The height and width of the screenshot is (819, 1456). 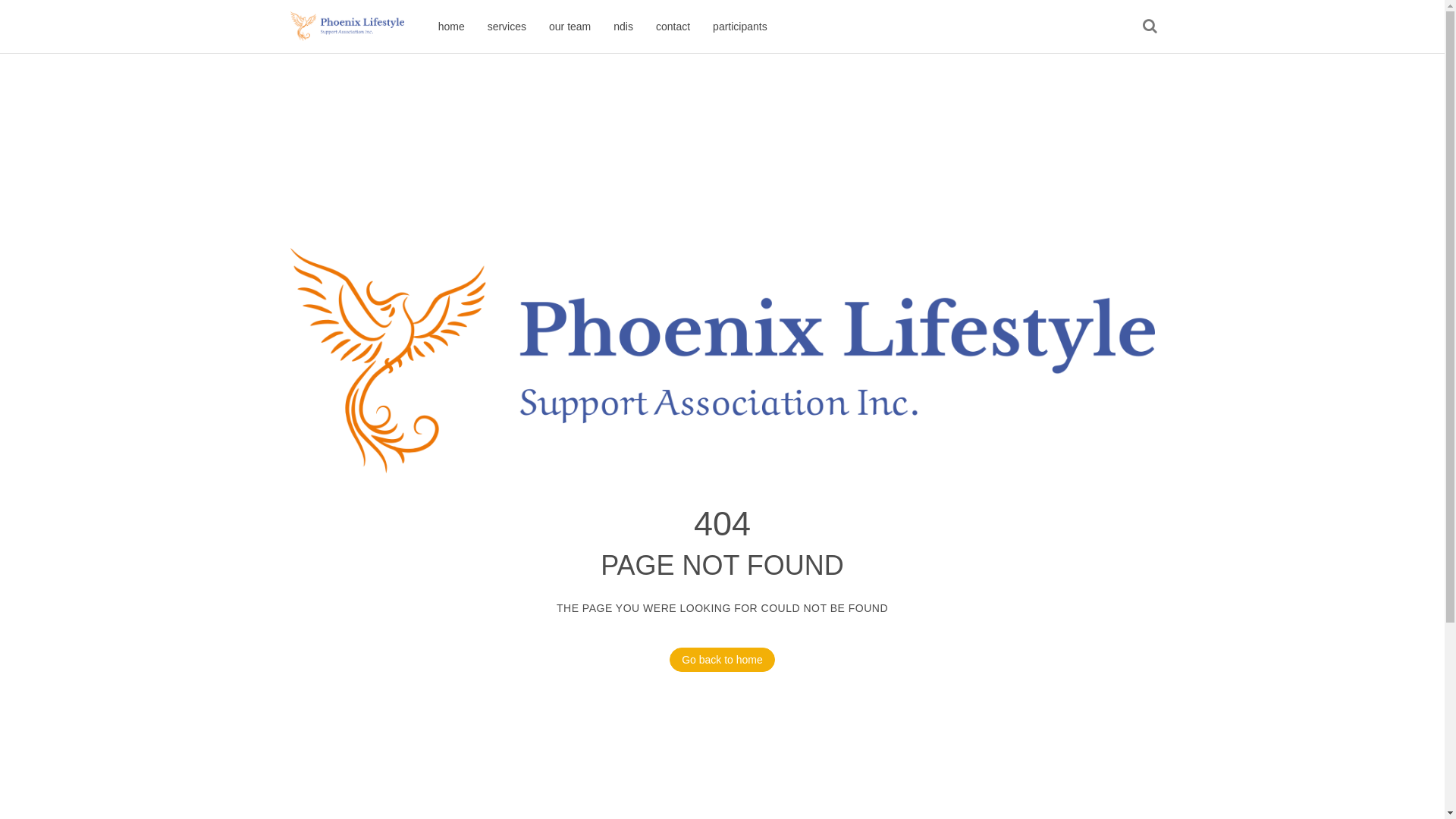 I want to click on 'services', so click(x=475, y=26).